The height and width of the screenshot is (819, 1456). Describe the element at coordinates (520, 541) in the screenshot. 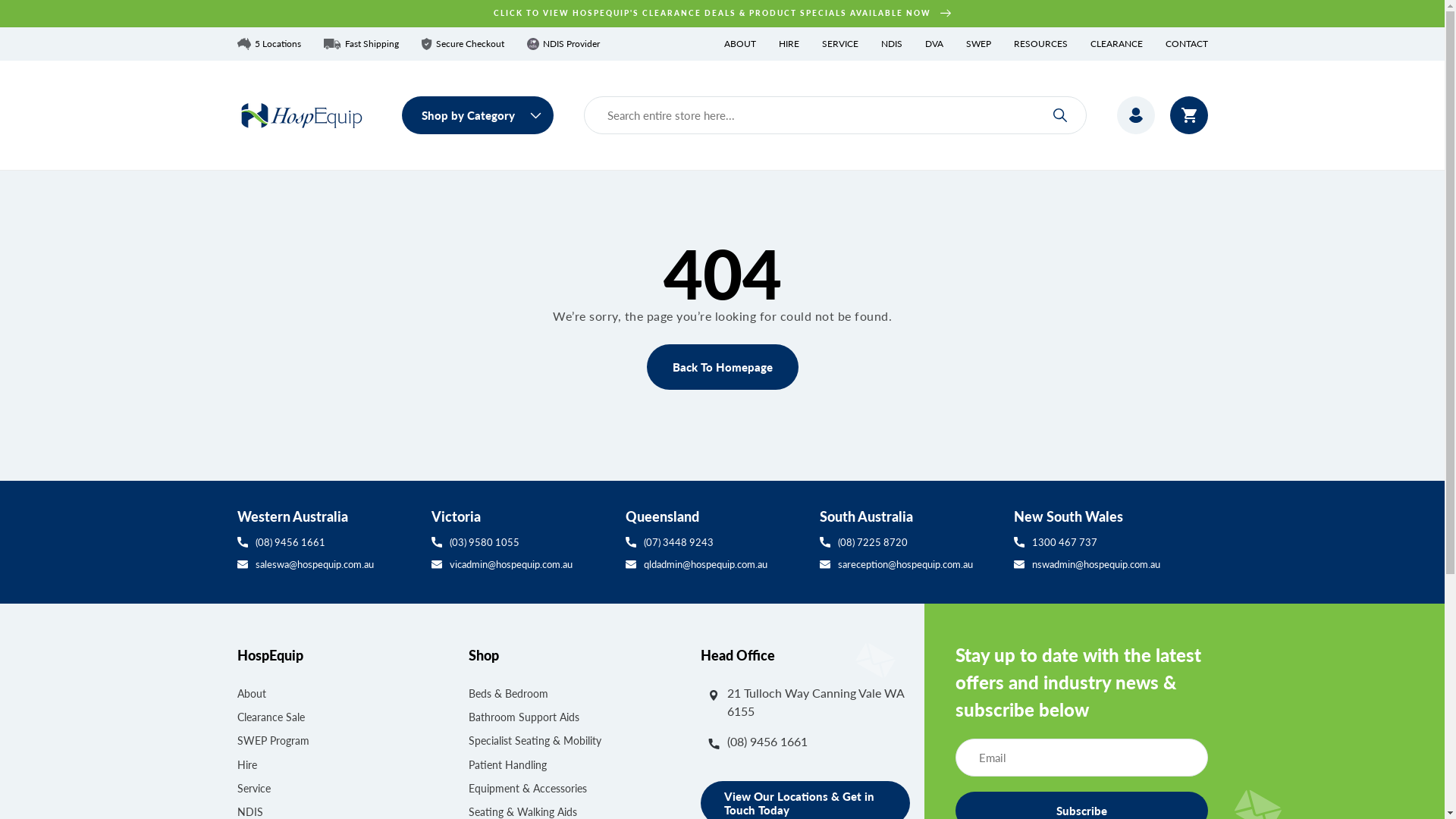

I see `'(03) 9580 1055'` at that location.